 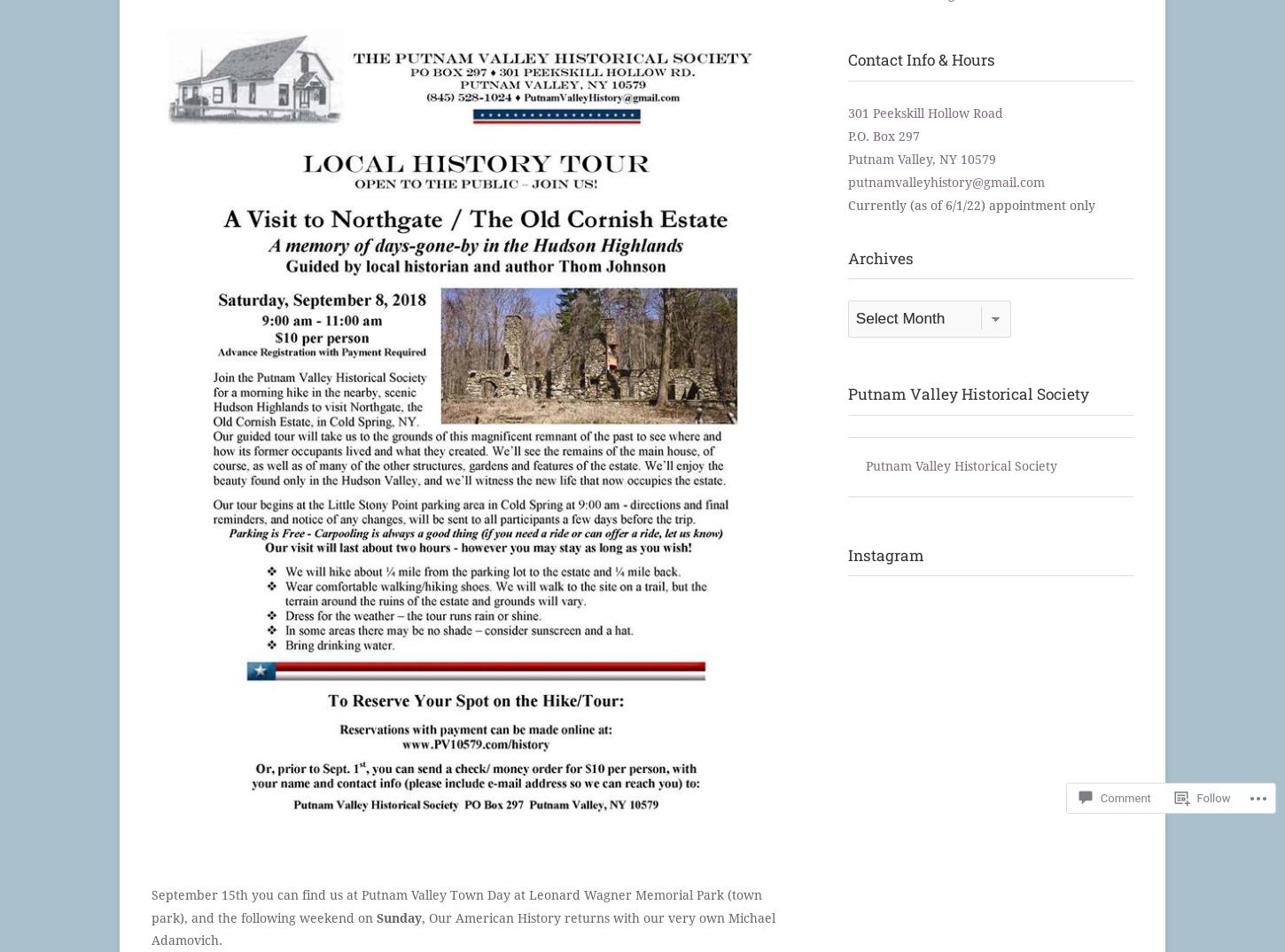 What do you see at coordinates (921, 159) in the screenshot?
I see `'Putnam Valley, NY 10579'` at bounding box center [921, 159].